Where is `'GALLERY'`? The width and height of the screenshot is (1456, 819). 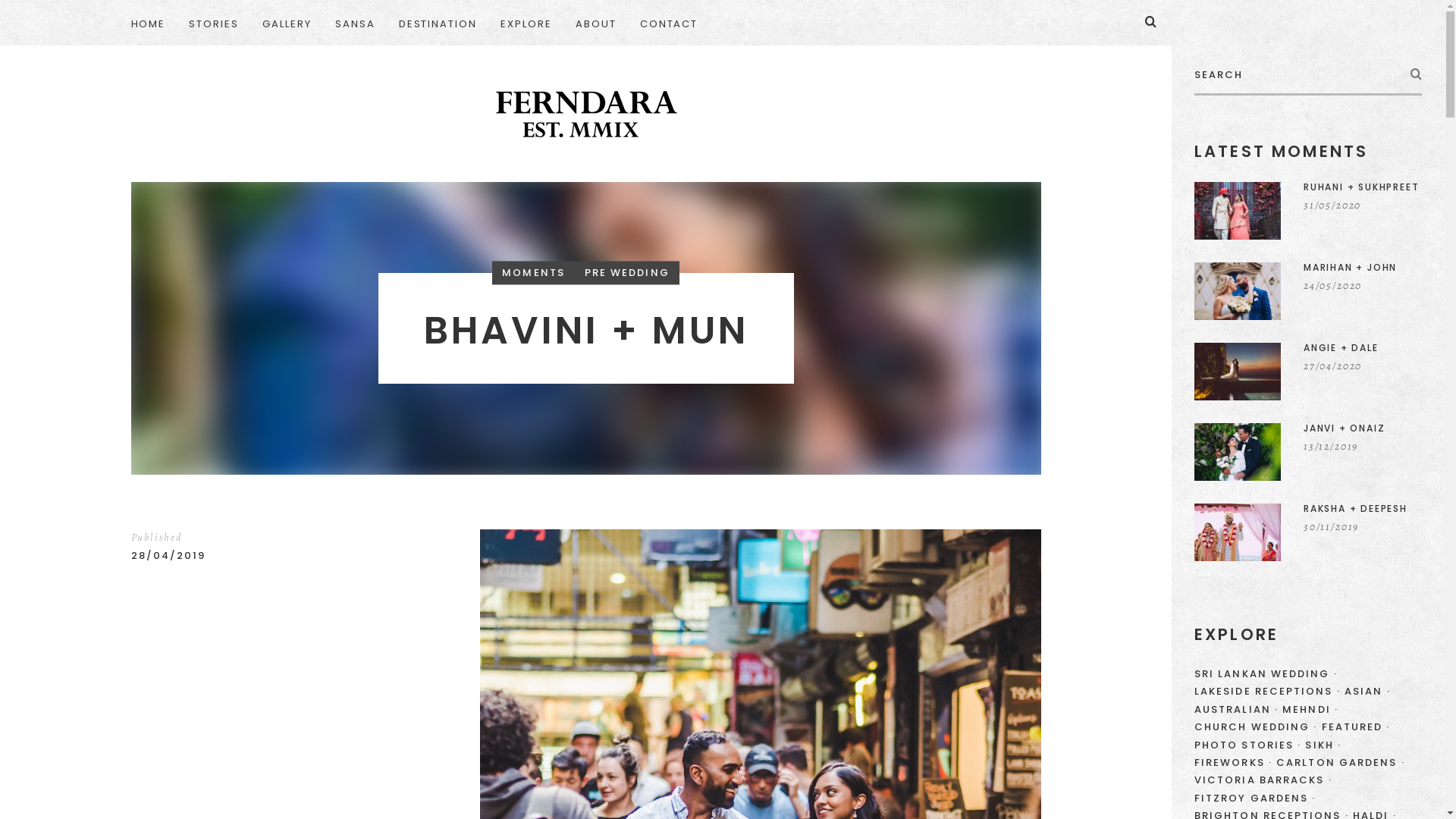 'GALLERY' is located at coordinates (287, 23).